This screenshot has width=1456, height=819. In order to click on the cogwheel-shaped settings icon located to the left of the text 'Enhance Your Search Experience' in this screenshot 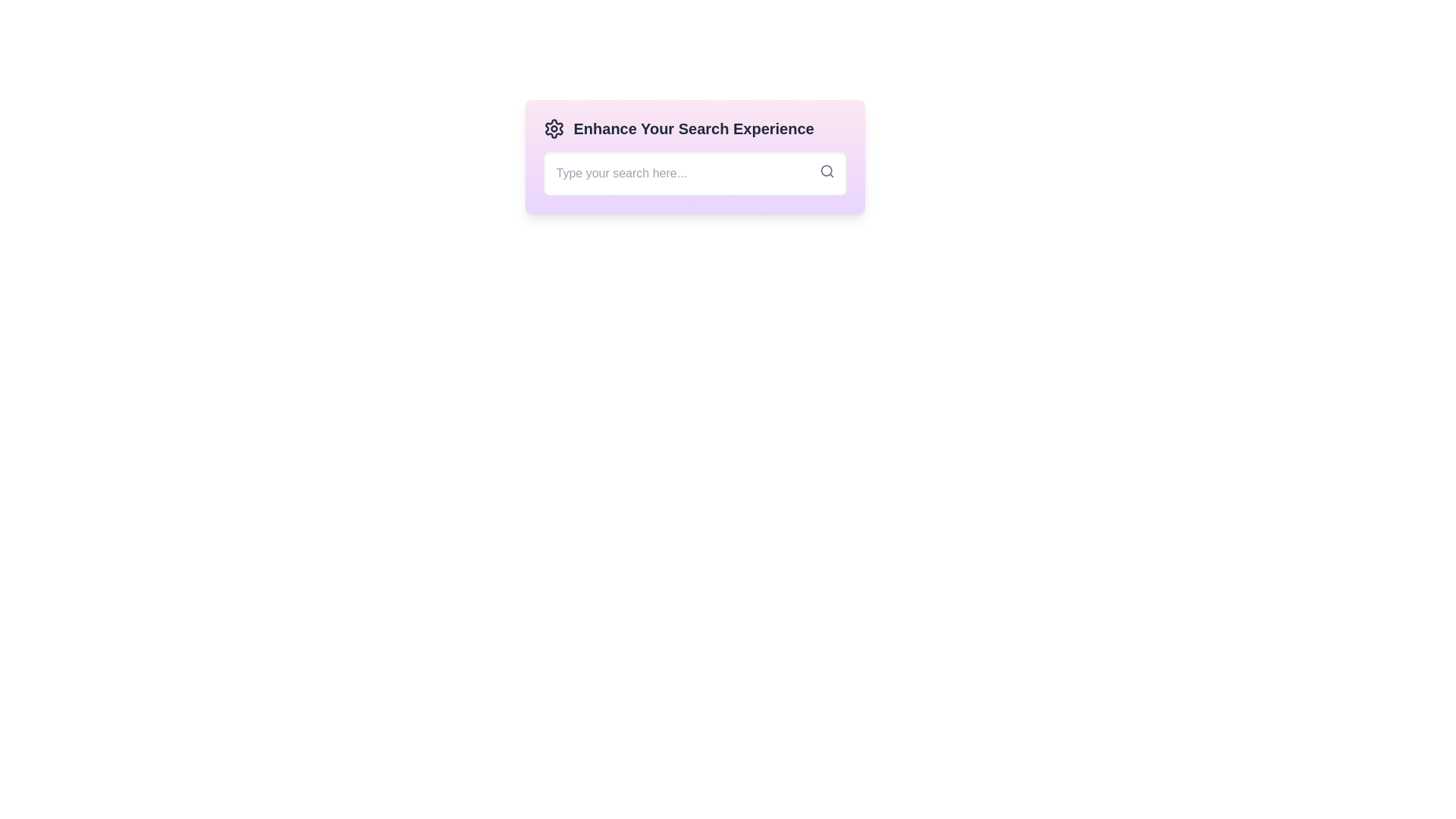, I will do `click(553, 127)`.